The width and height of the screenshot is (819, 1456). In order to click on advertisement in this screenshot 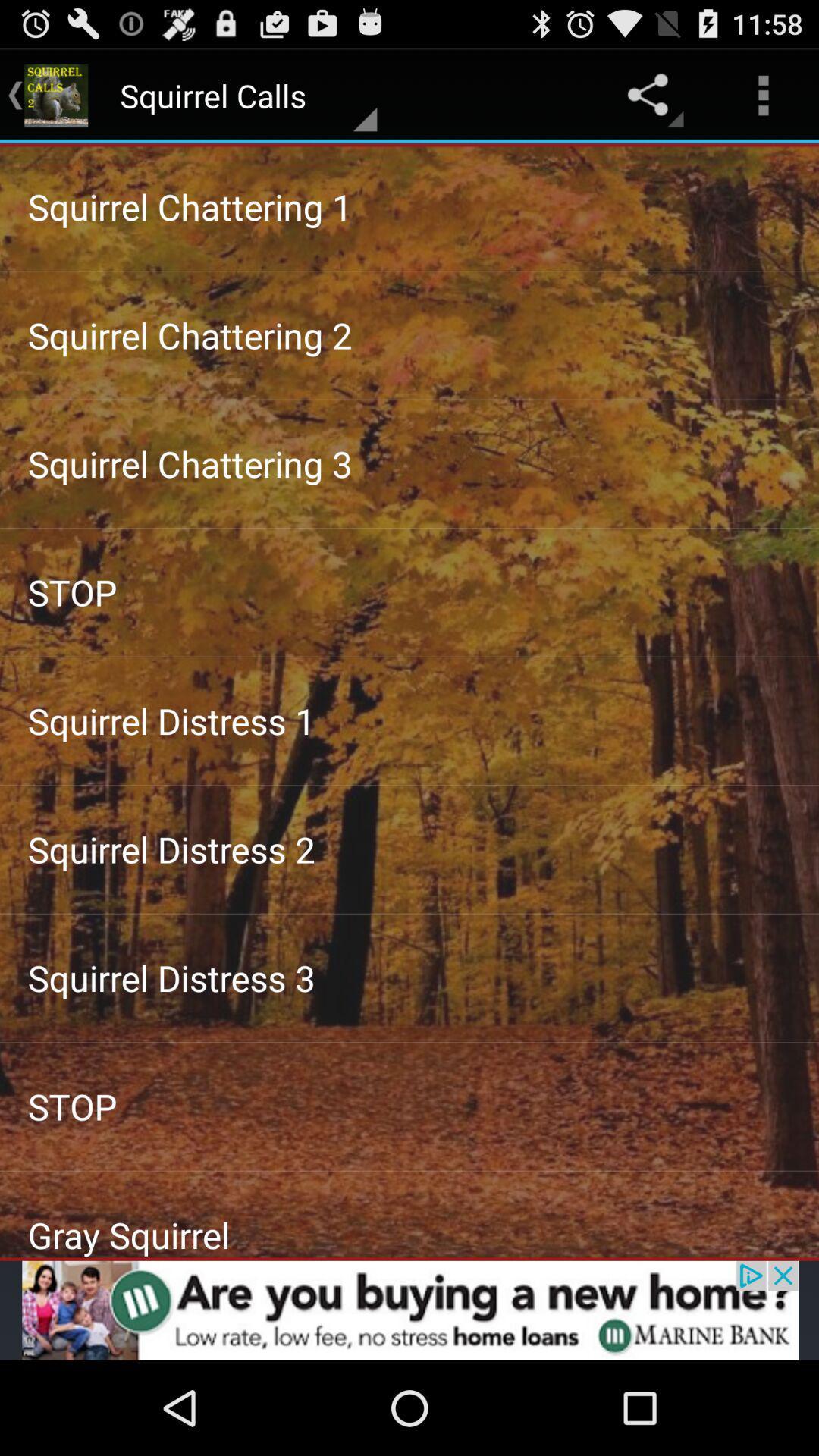, I will do `click(409, 1310)`.